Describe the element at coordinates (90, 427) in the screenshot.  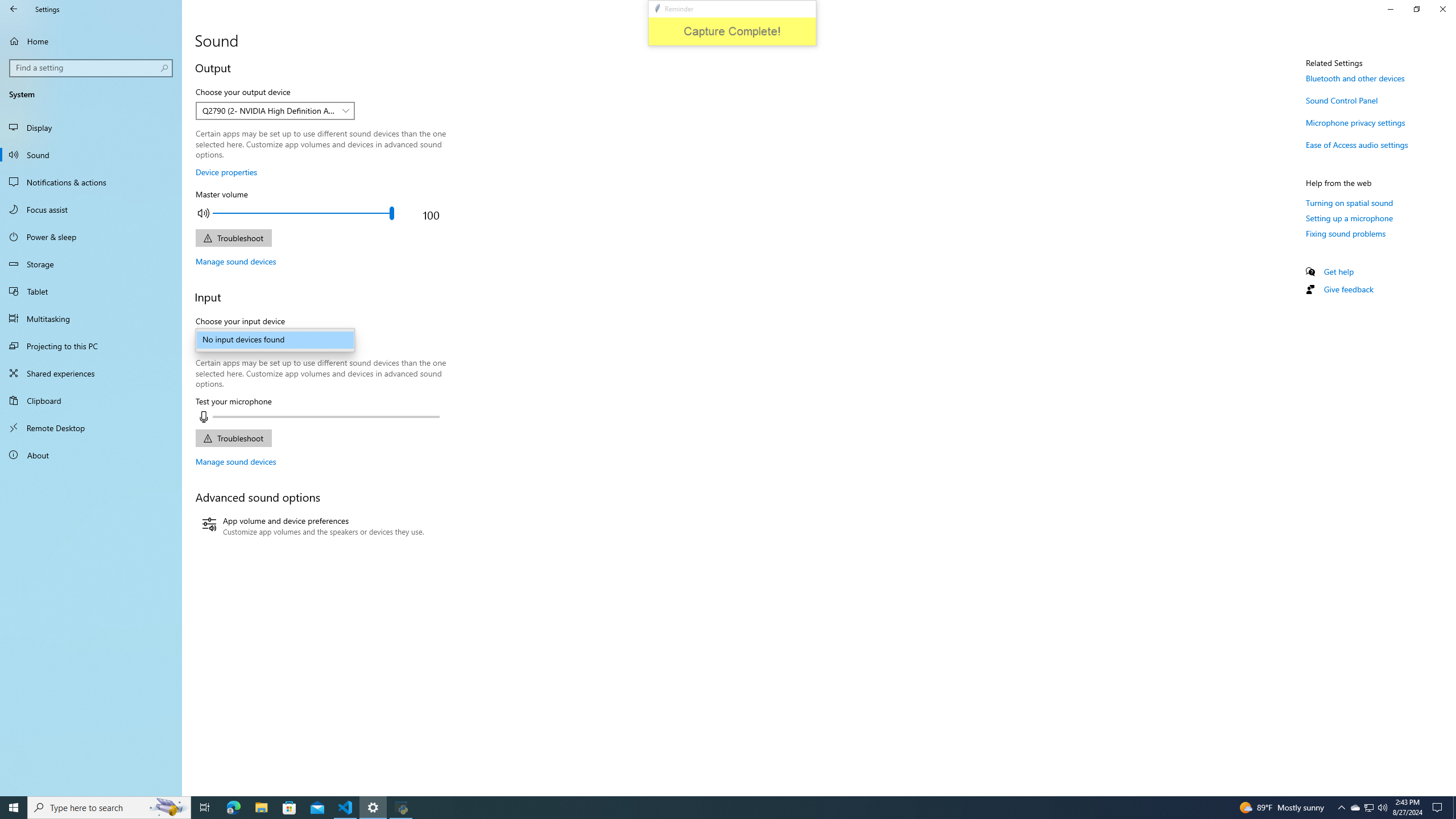
I see `'Remote Desktop'` at that location.